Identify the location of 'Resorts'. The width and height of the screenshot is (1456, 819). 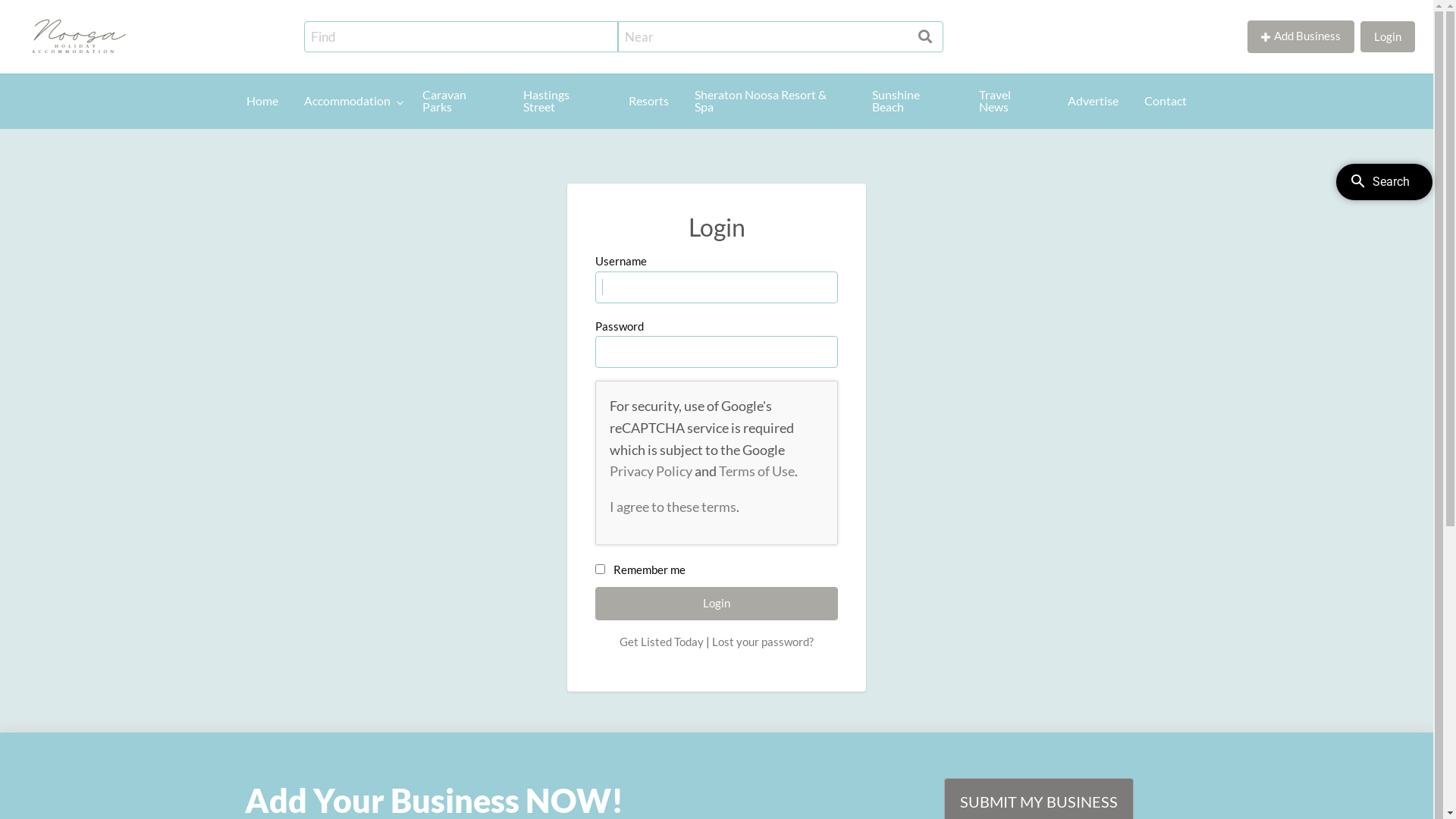
(648, 101).